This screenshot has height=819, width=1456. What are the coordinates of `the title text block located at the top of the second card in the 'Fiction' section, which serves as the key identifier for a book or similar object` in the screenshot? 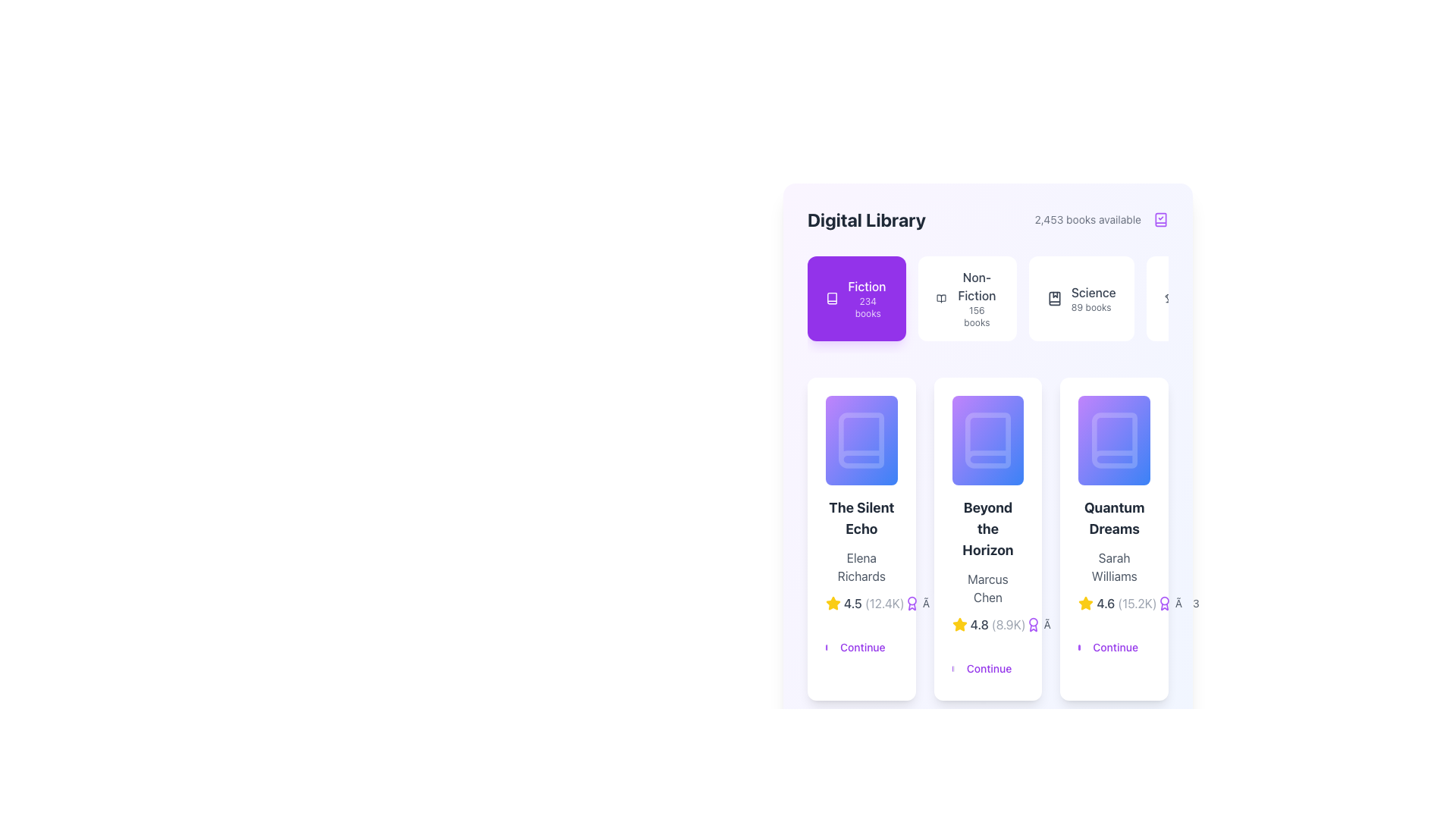 It's located at (987, 529).